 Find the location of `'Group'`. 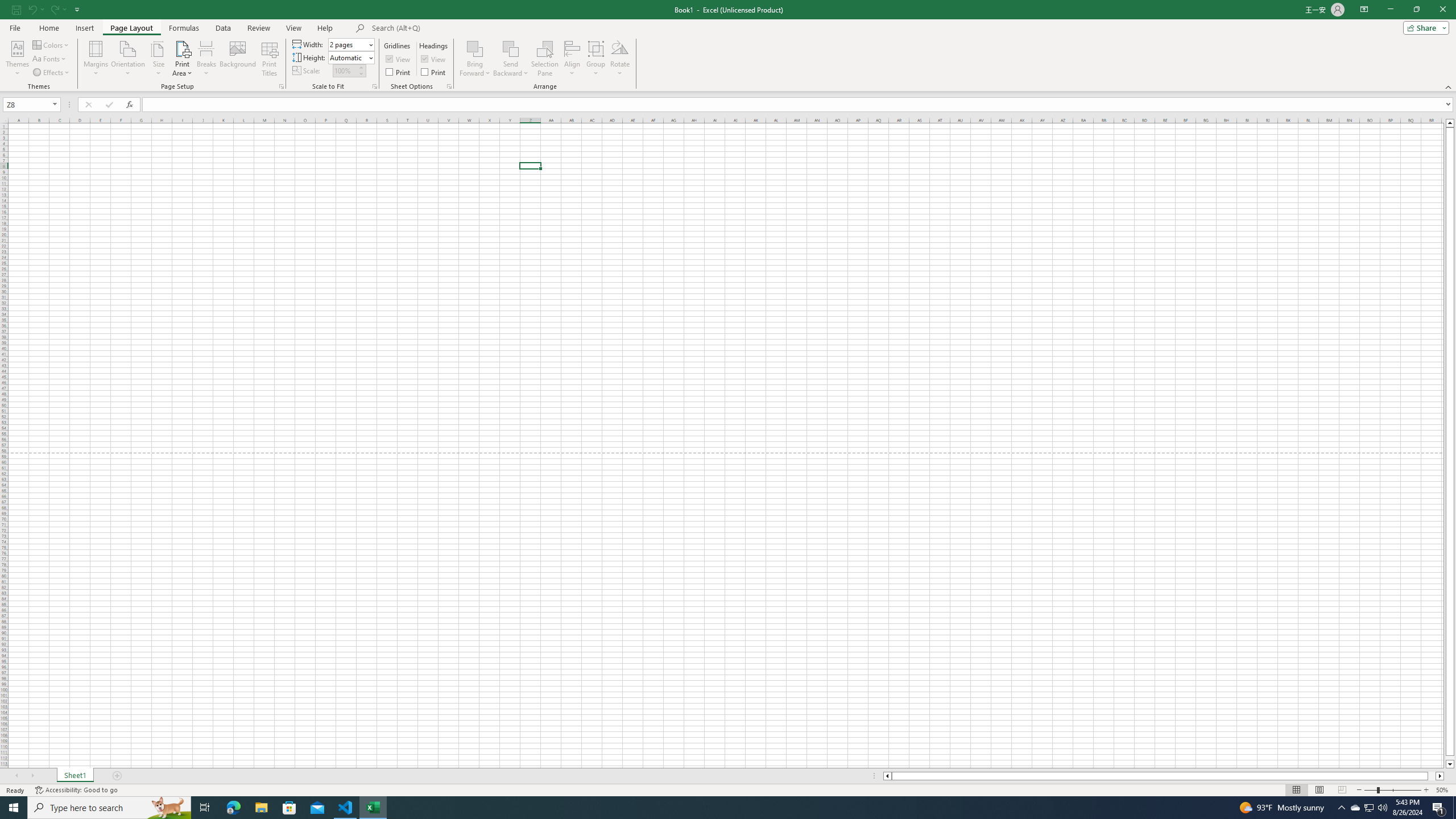

'Group' is located at coordinates (595, 59).